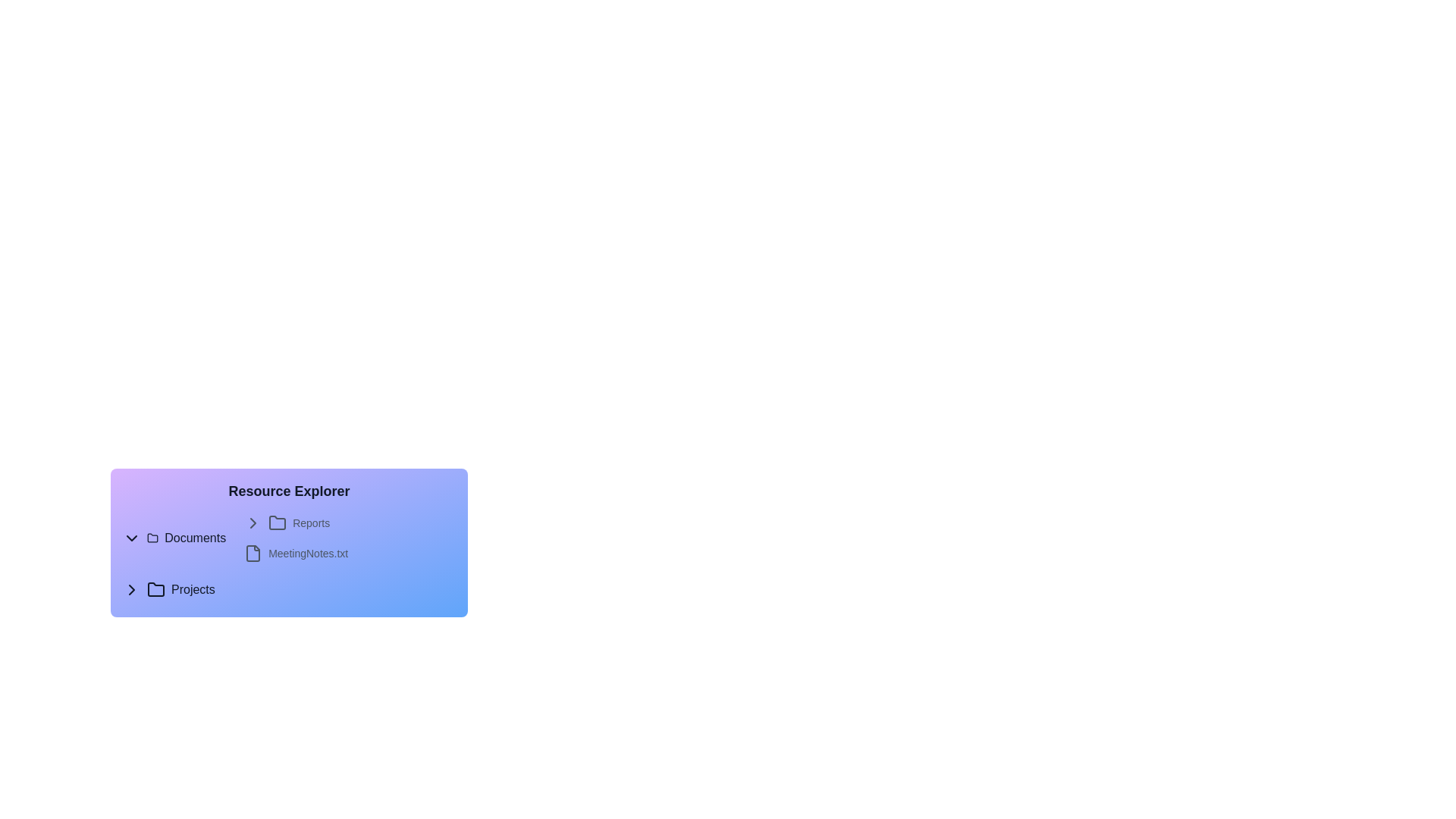 This screenshot has width=1456, height=819. What do you see at coordinates (156, 589) in the screenshot?
I see `the small folder icon next to the text label 'Projects' by moving the cursor to its center point` at bounding box center [156, 589].